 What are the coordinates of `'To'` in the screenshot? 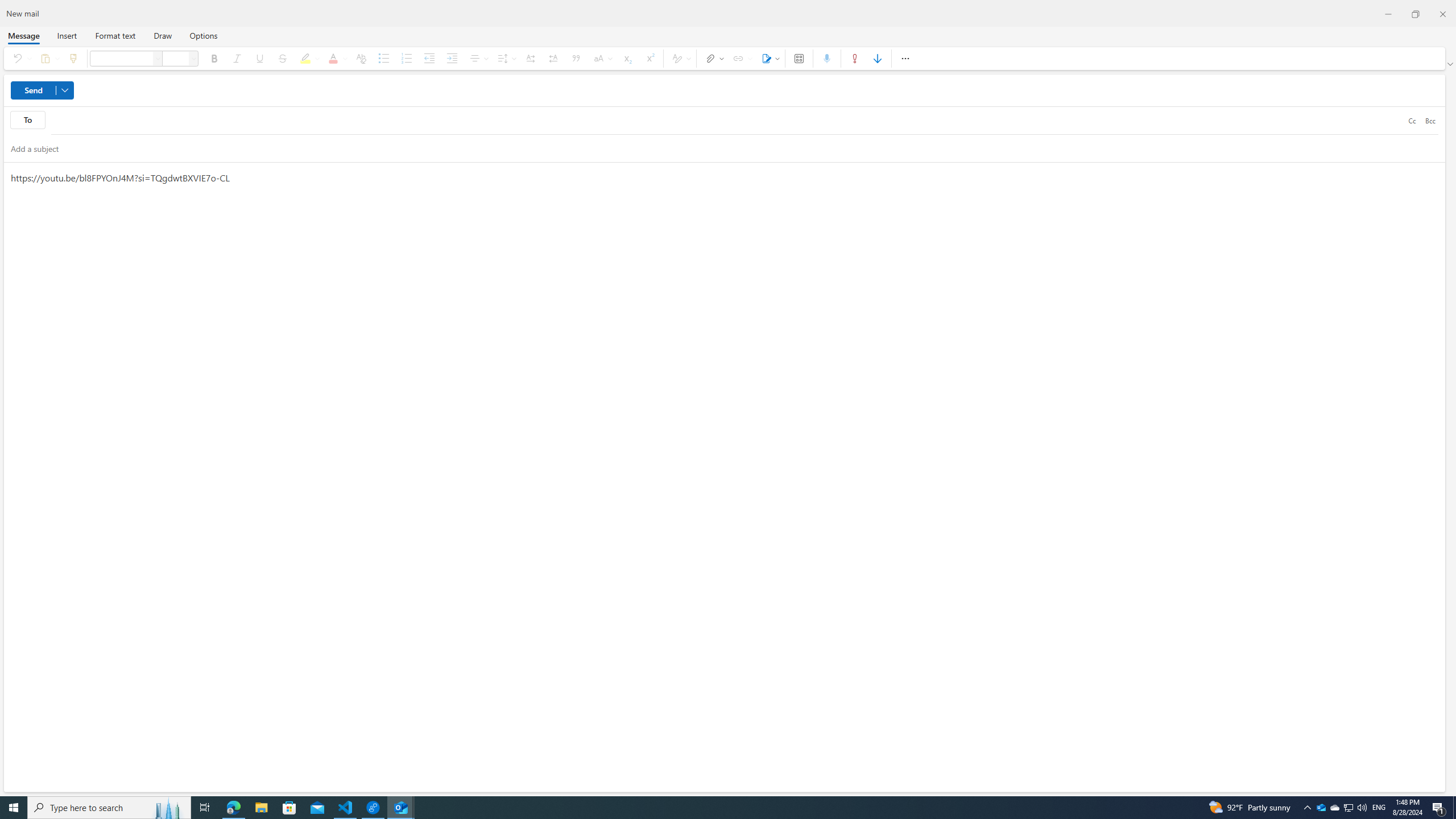 It's located at (27, 119).